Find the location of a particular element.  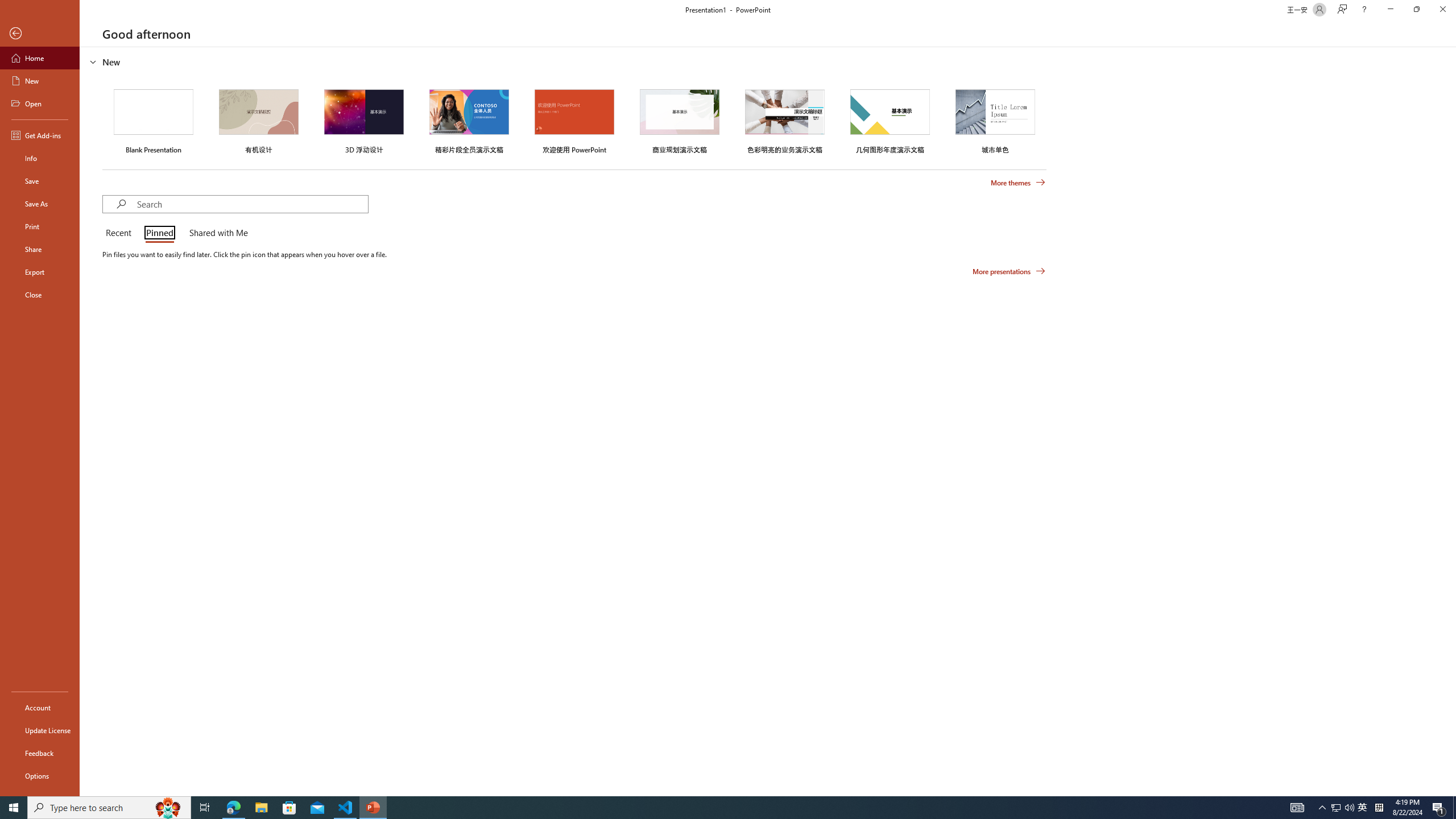

'Class: NetUIScrollBar' is located at coordinates (1451, 421).